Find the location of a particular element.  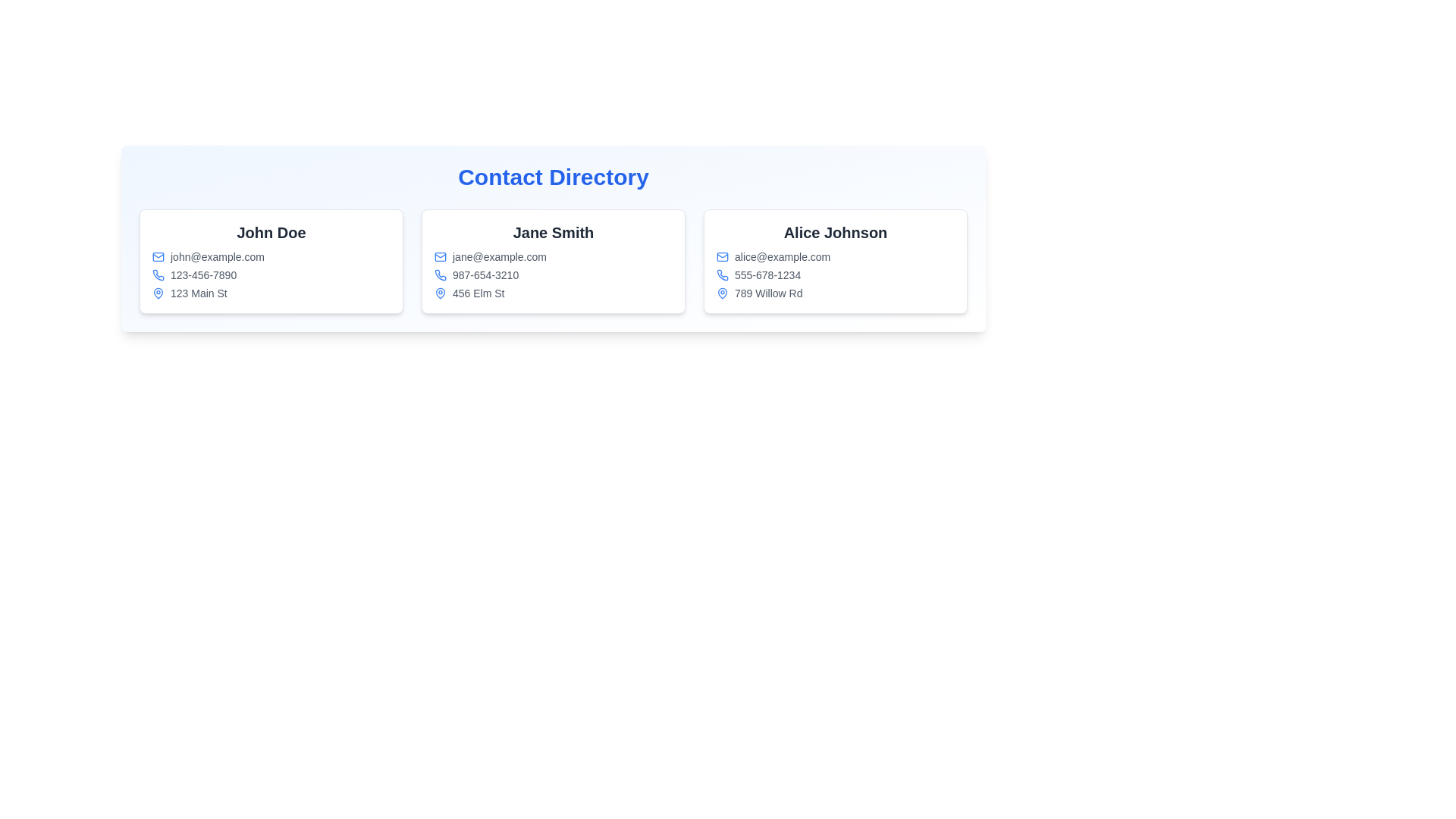

the email icon representing 'jane@example.com' in the second contact card of the 'Contact Directory' section is located at coordinates (439, 256).